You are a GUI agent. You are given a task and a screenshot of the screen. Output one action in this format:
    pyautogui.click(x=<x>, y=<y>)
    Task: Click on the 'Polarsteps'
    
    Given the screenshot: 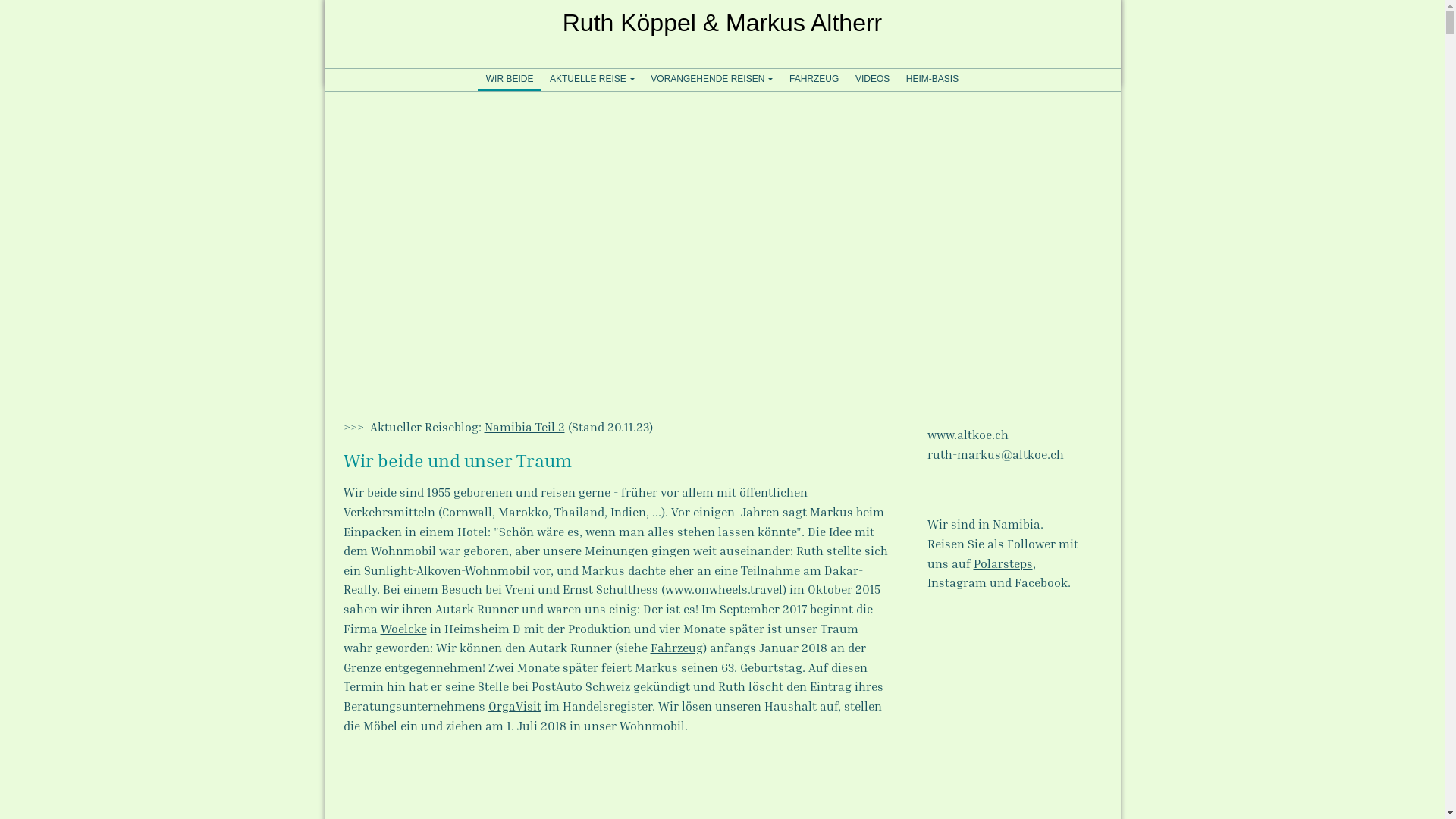 What is the action you would take?
    pyautogui.click(x=1003, y=563)
    